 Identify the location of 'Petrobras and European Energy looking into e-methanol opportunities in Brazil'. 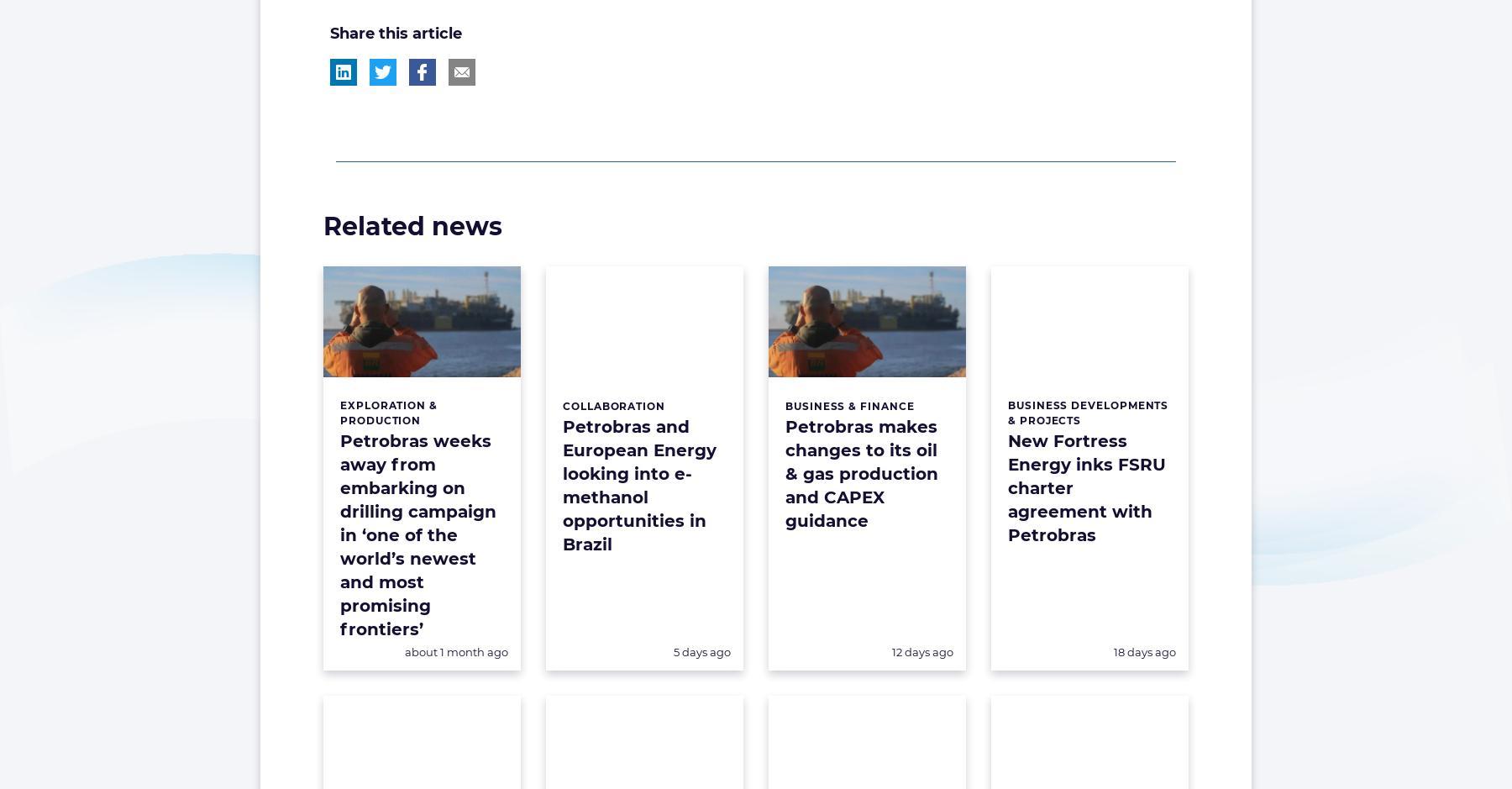
(562, 484).